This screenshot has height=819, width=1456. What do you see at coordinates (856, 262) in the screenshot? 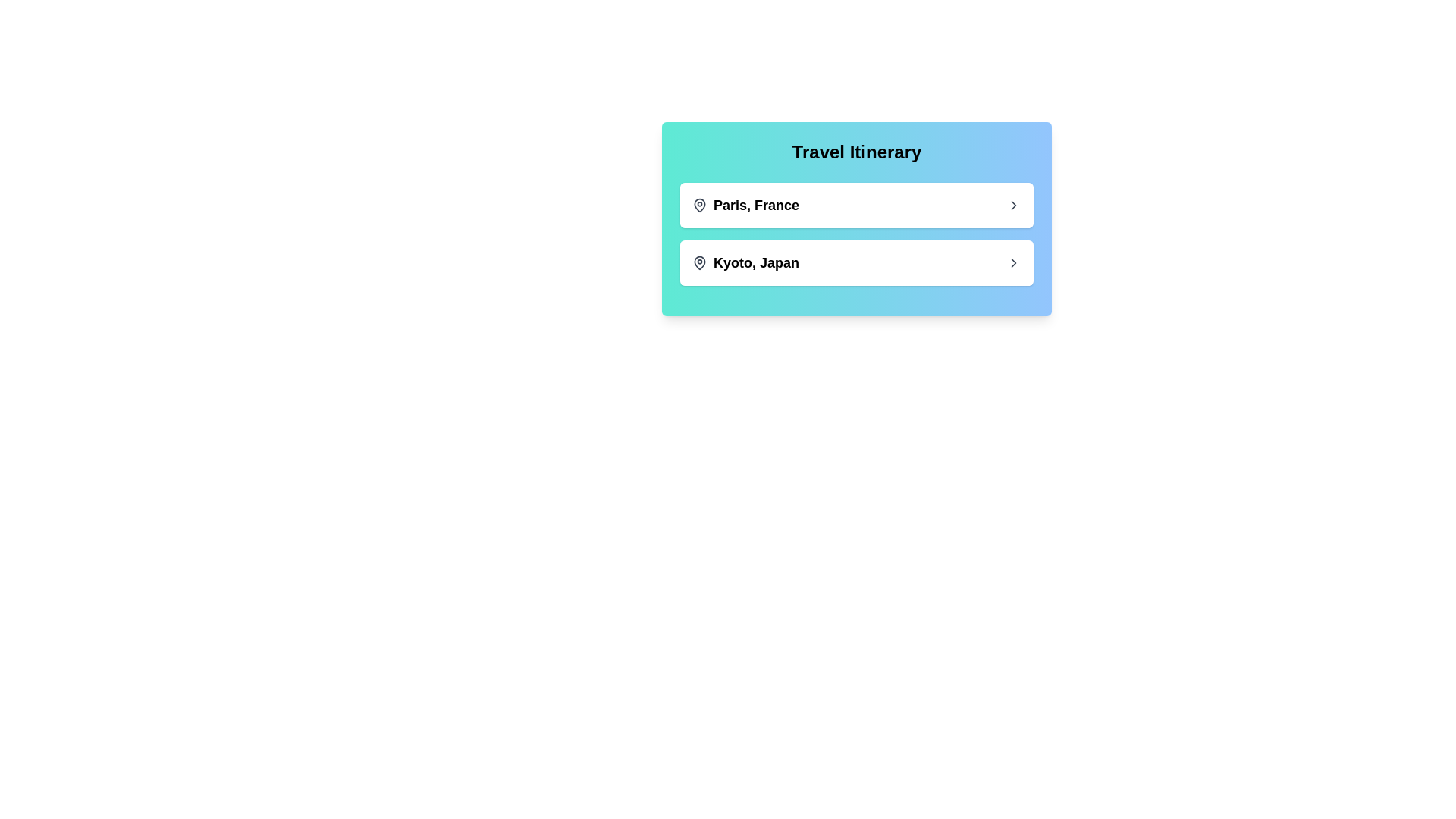
I see `the second list item representing 'Kyoto, Japan' in the travel itinerary section, which is located below 'Paris, France'` at bounding box center [856, 262].